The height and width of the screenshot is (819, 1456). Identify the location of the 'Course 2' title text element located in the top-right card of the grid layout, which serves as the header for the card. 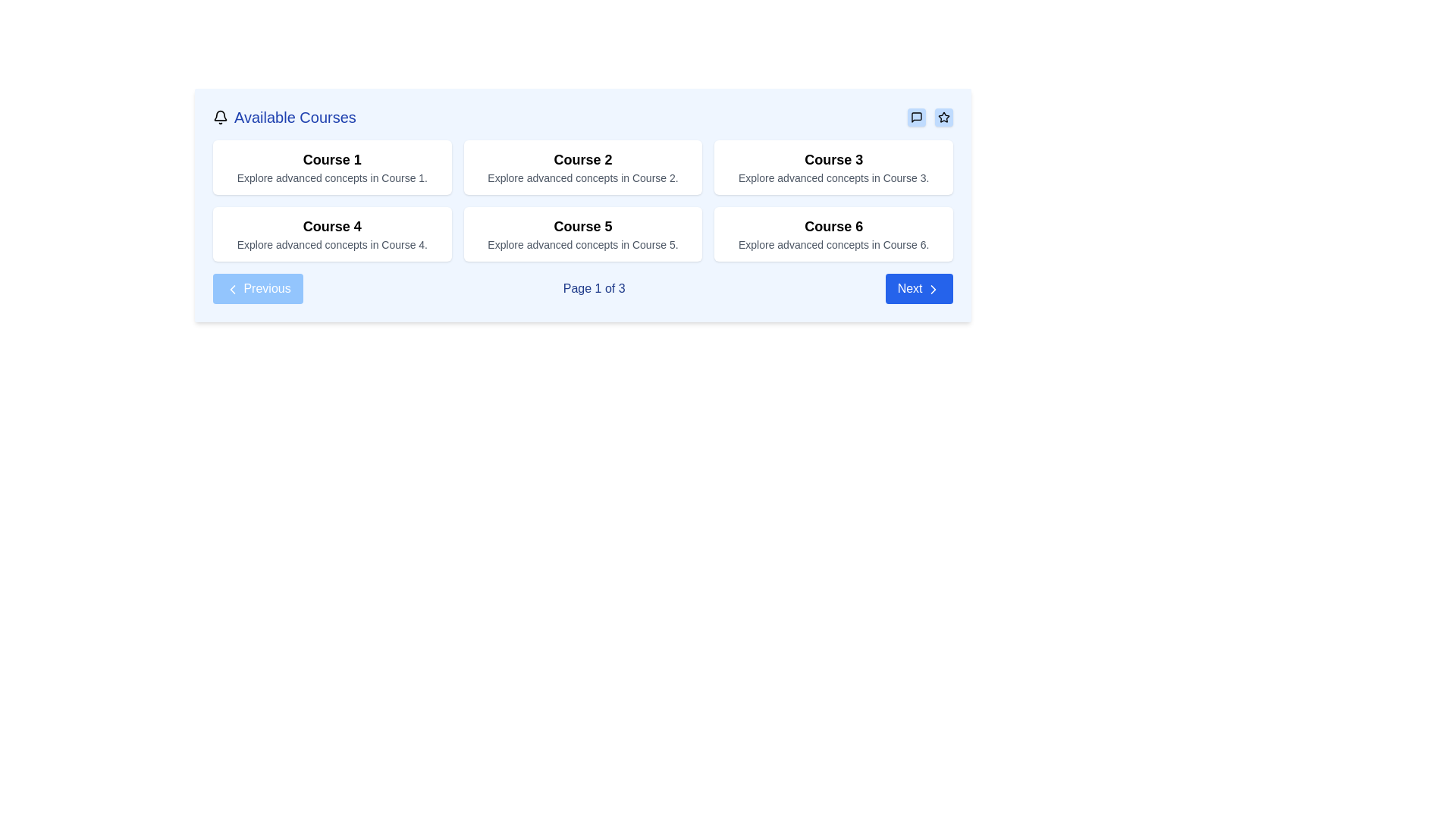
(582, 160).